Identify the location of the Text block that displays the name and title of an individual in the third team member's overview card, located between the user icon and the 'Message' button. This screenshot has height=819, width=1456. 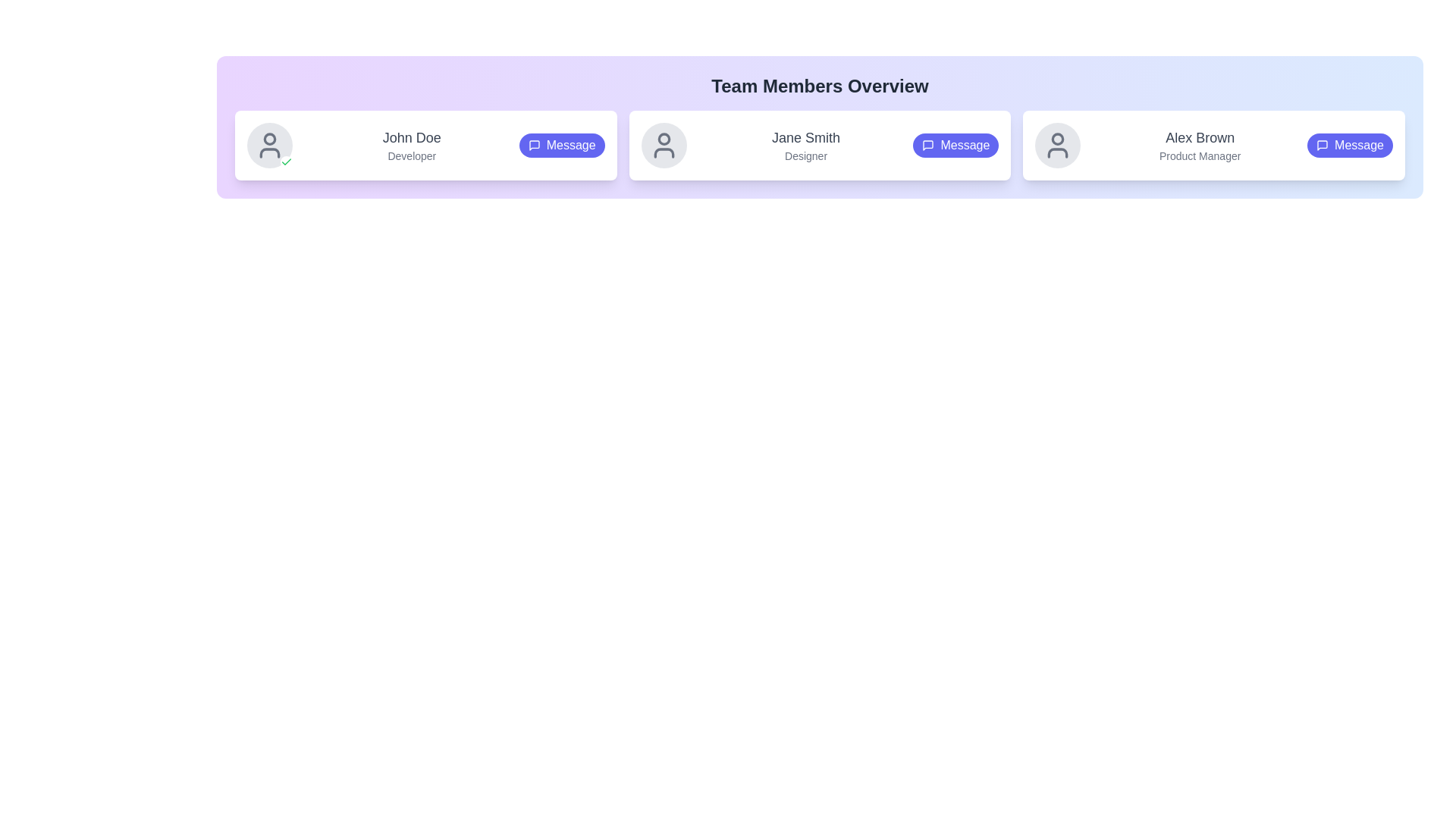
(1199, 146).